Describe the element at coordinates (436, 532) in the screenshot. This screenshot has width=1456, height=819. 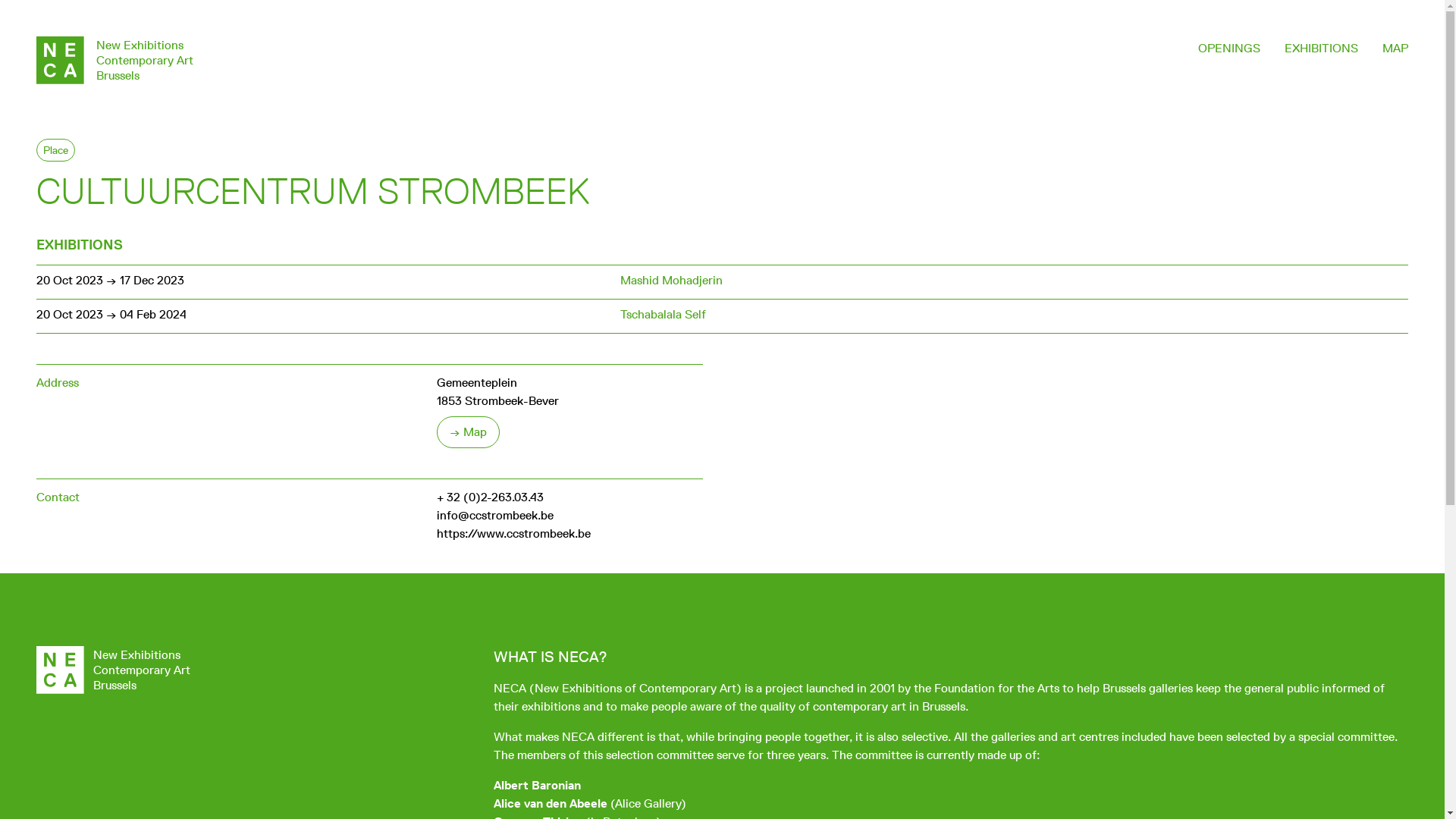
I see `'https://www.ccstrombeek.be'` at that location.